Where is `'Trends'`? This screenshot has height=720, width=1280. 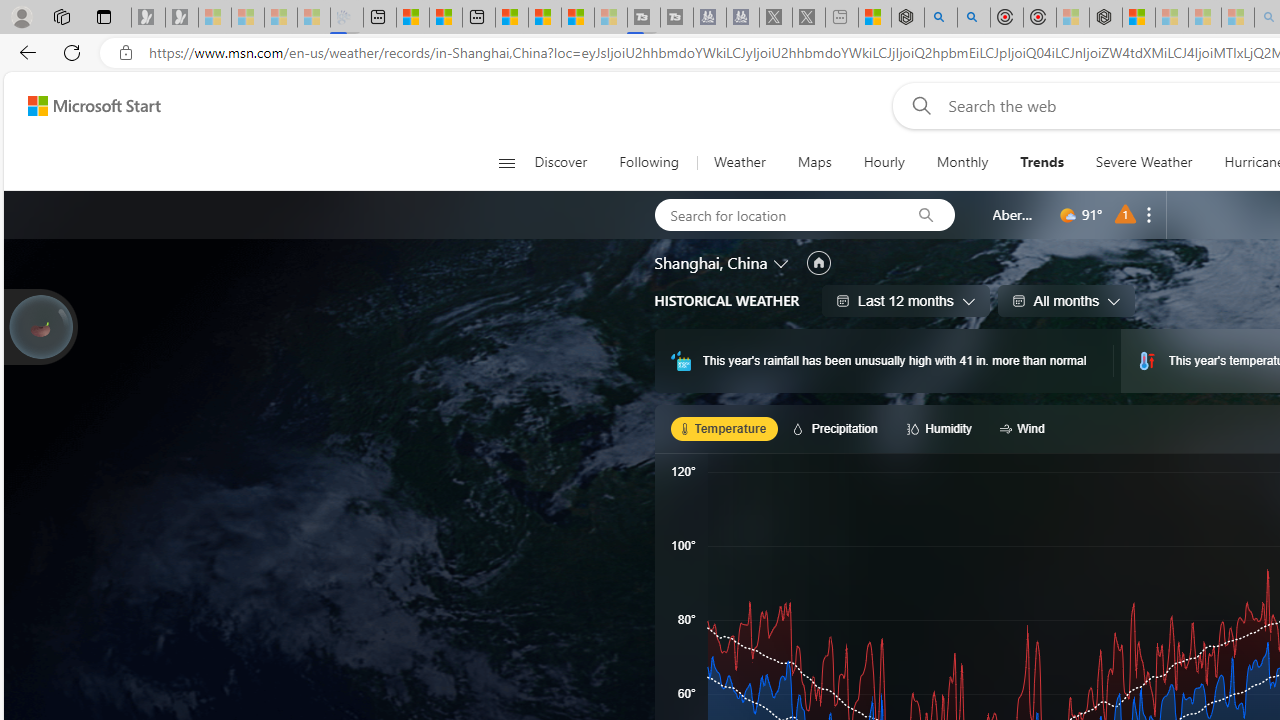
'Trends' is located at coordinates (1040, 162).